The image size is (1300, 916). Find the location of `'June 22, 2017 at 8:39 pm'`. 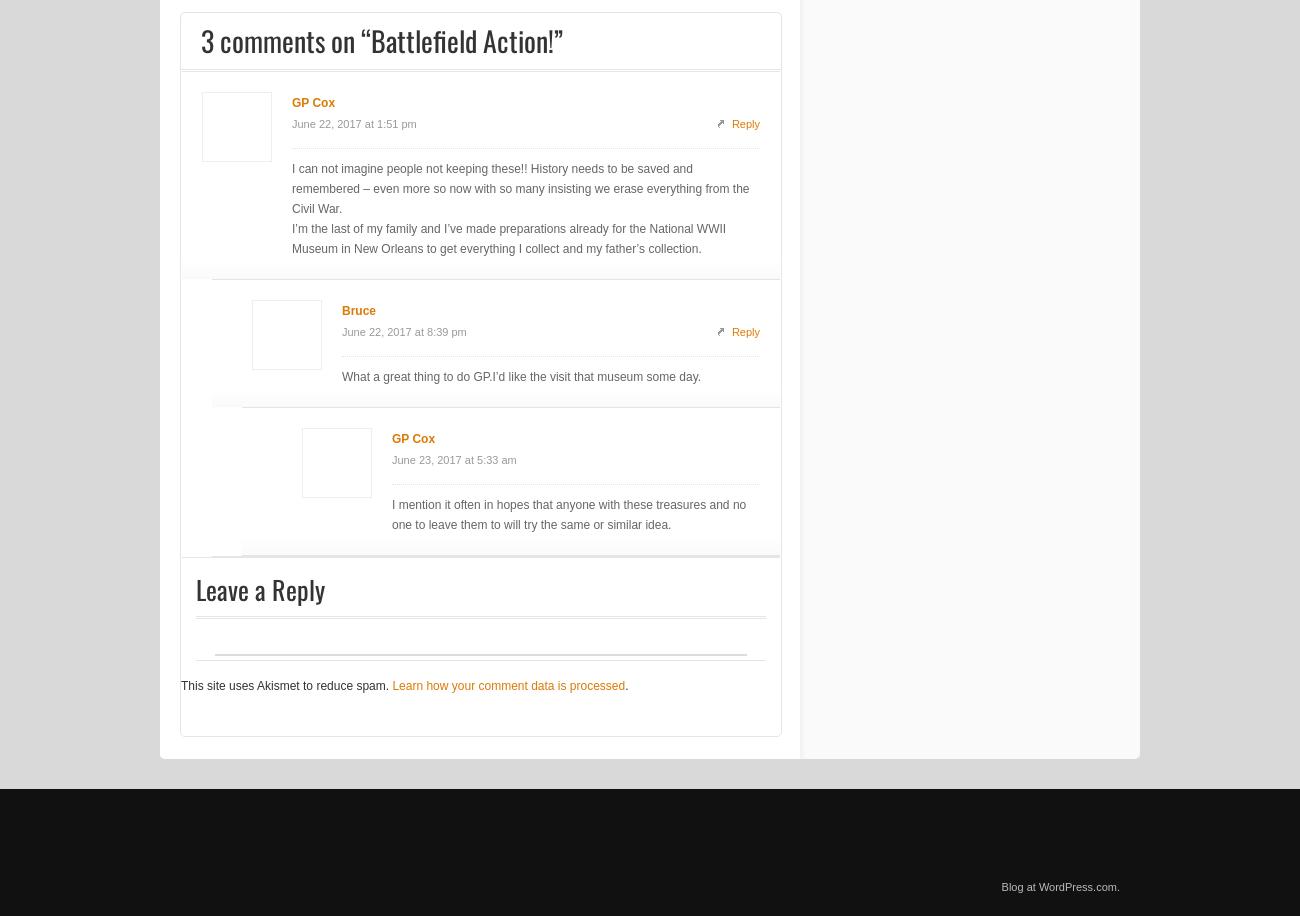

'June 22, 2017 at 8:39 pm' is located at coordinates (404, 330).